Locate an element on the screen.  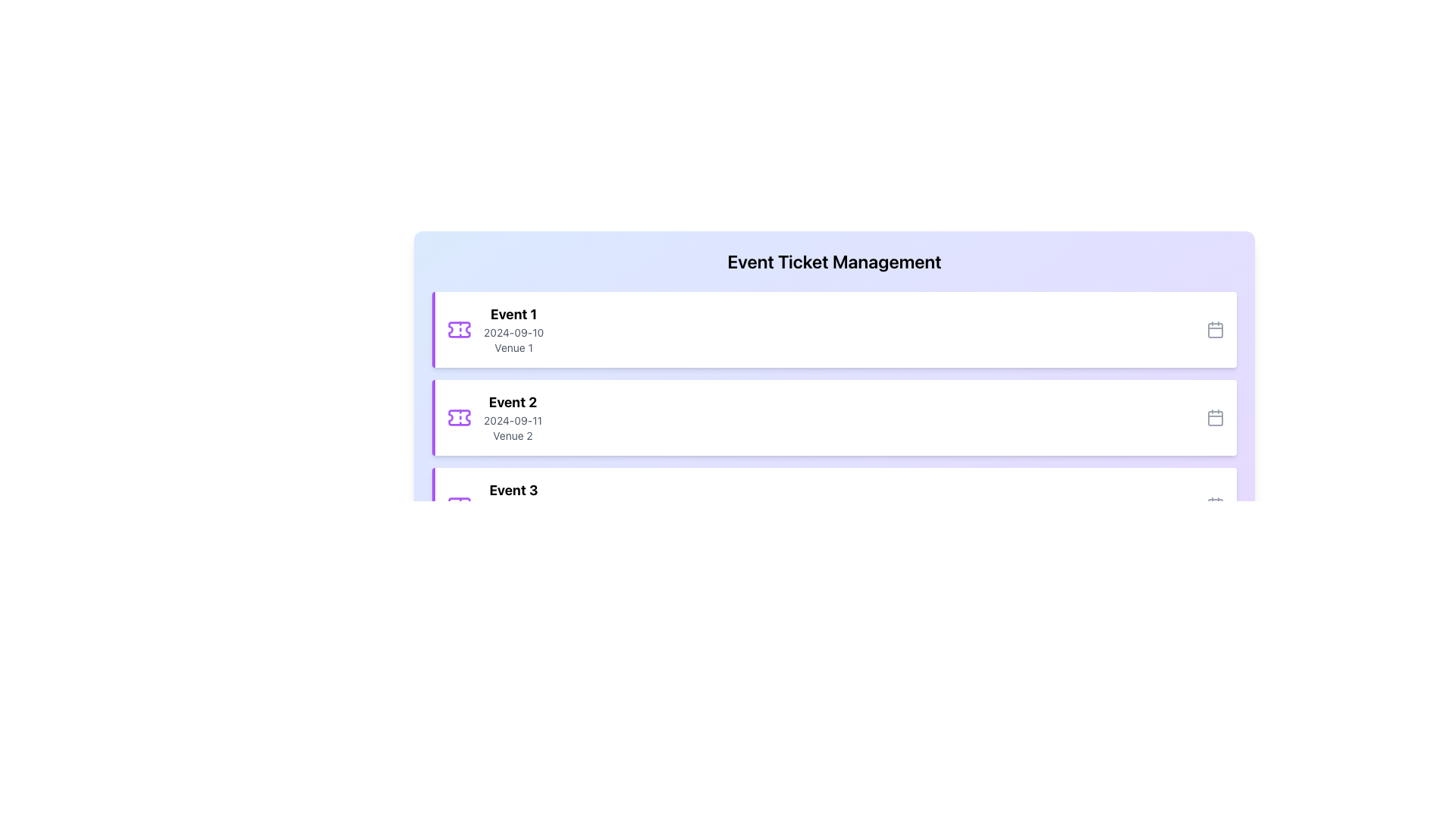
the center of the icon located at the rightmost side of the third event row labeled 'Event 3' is located at coordinates (1216, 506).